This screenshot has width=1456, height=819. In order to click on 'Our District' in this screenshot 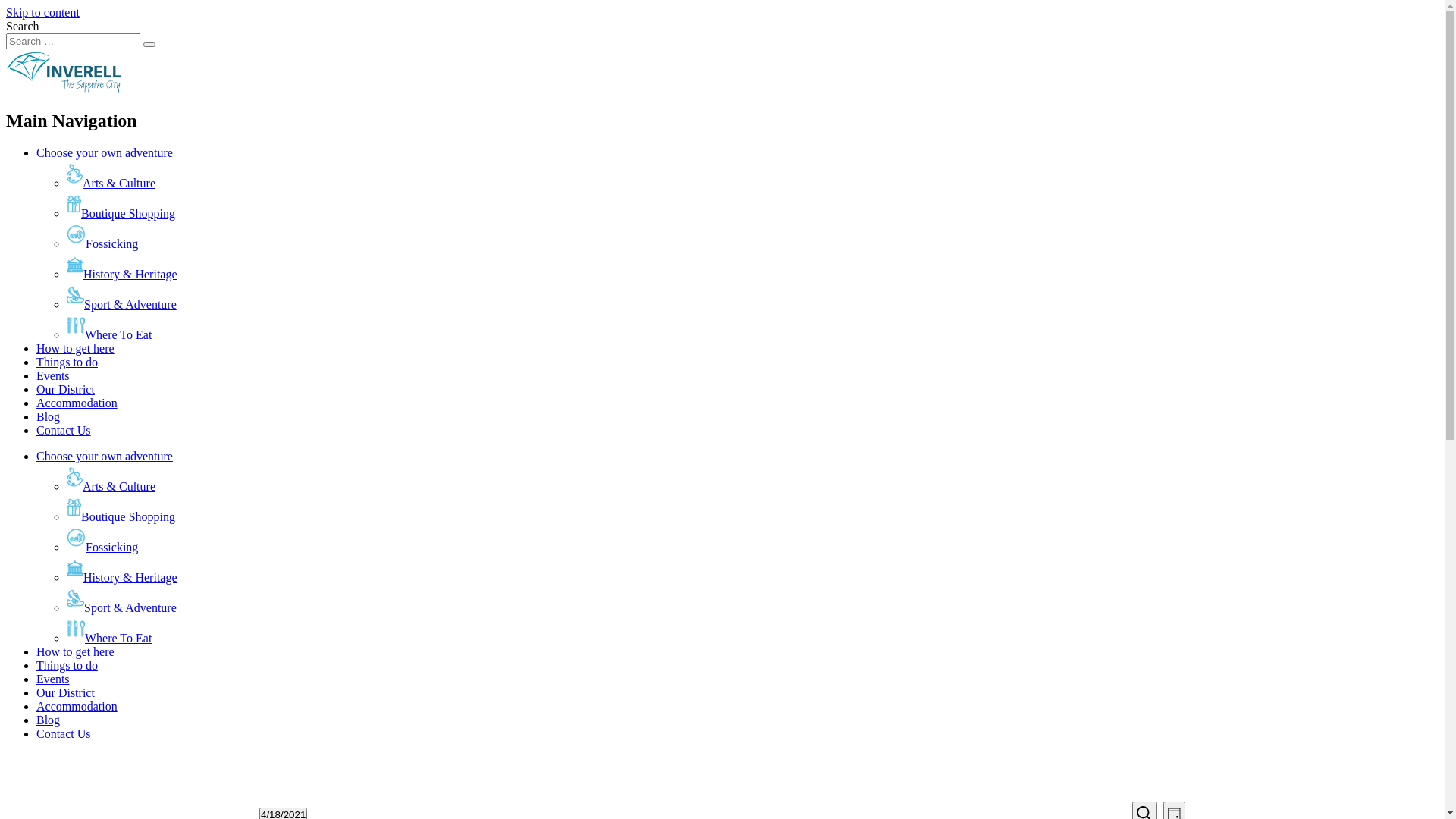, I will do `click(64, 388)`.